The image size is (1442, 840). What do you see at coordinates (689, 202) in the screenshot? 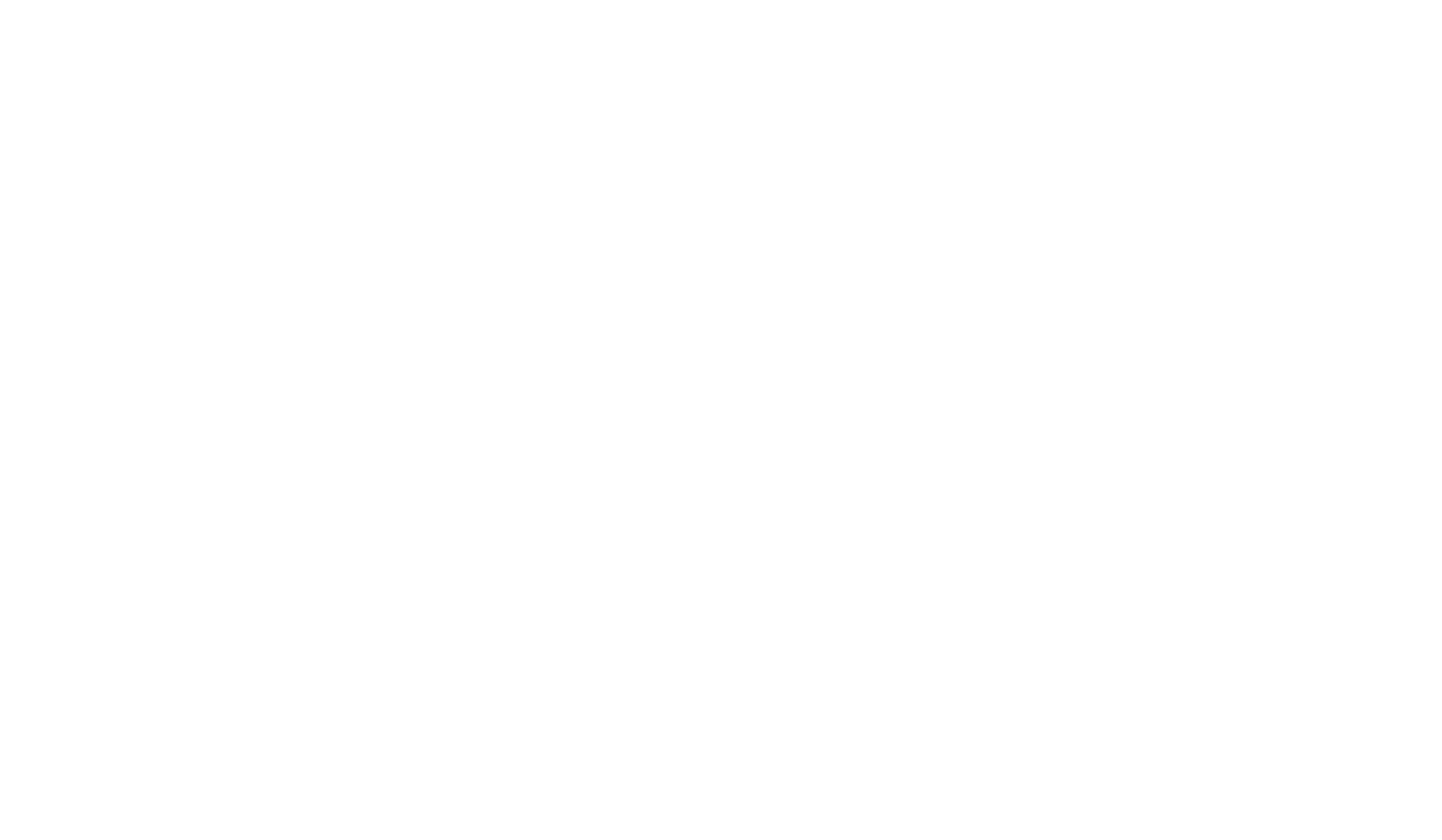
I see `'35'` at bounding box center [689, 202].